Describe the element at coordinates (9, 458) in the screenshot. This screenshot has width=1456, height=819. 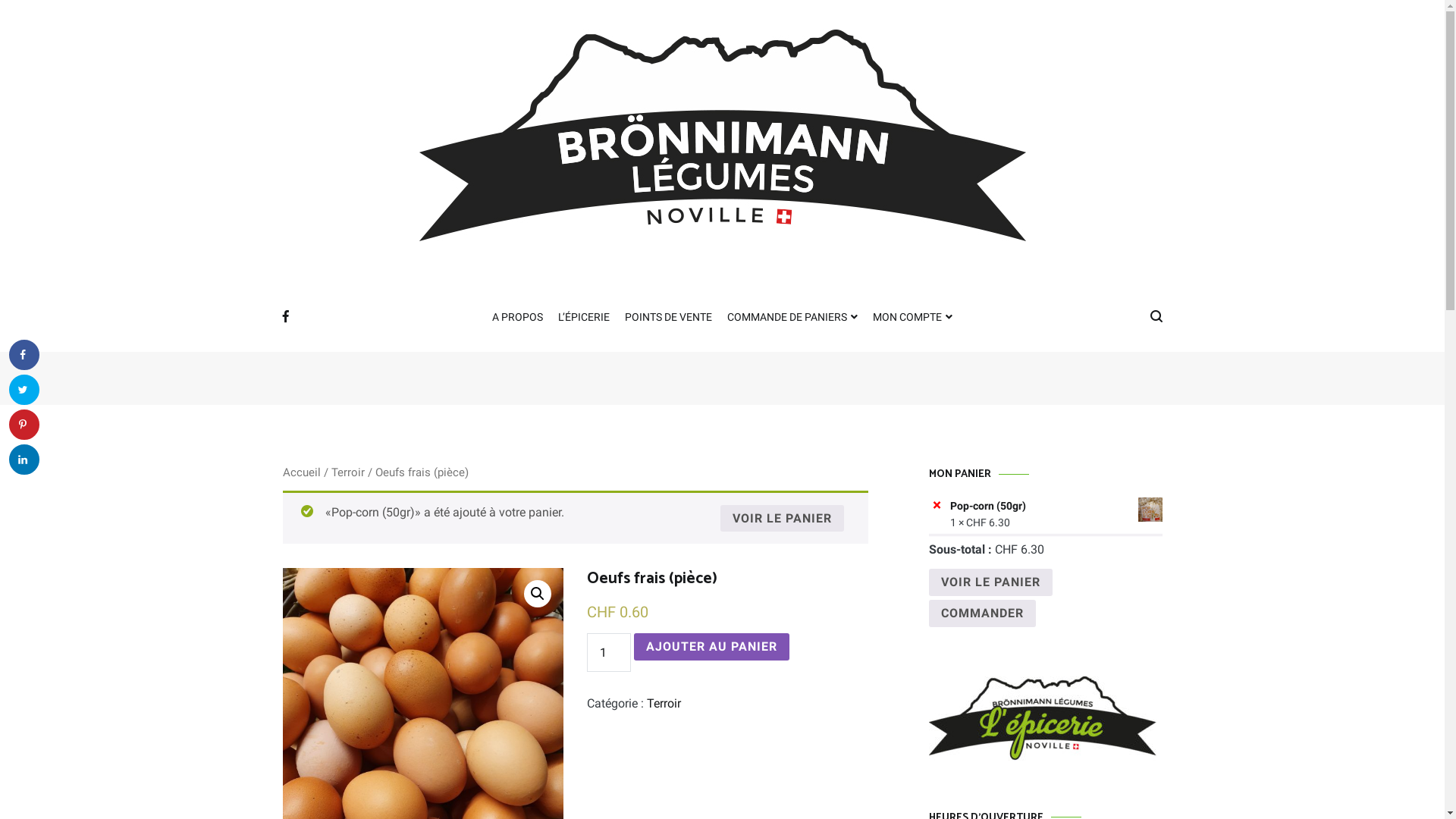
I see `'Share on LinkedIn'` at that location.